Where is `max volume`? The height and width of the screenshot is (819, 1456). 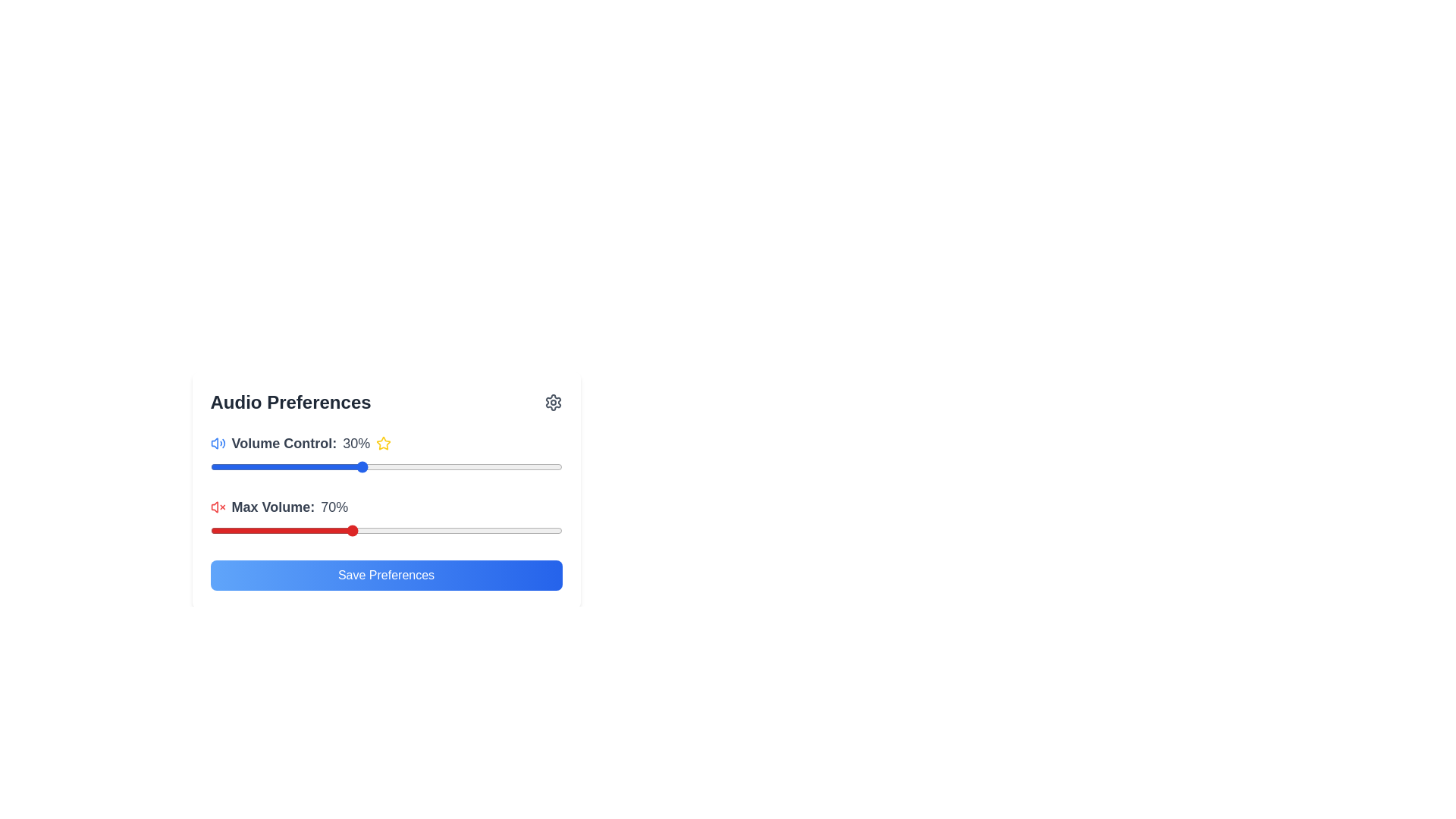 max volume is located at coordinates (266, 529).